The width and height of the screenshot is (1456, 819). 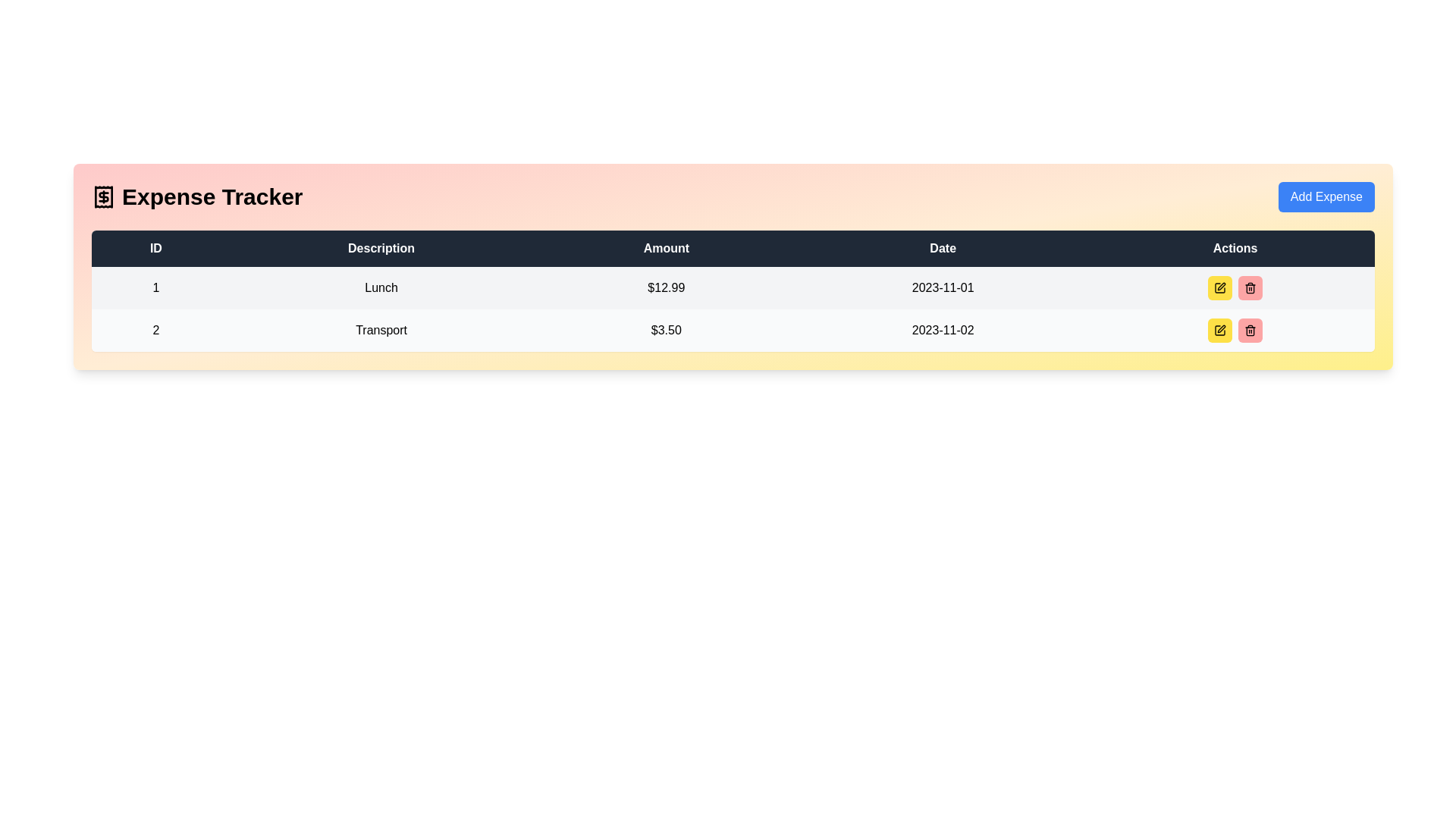 What do you see at coordinates (1250, 331) in the screenshot?
I see `the trash icon in the 'Actions' column of the second row, which is depicted in a minimalistic style with straight lines and rounded corners` at bounding box center [1250, 331].